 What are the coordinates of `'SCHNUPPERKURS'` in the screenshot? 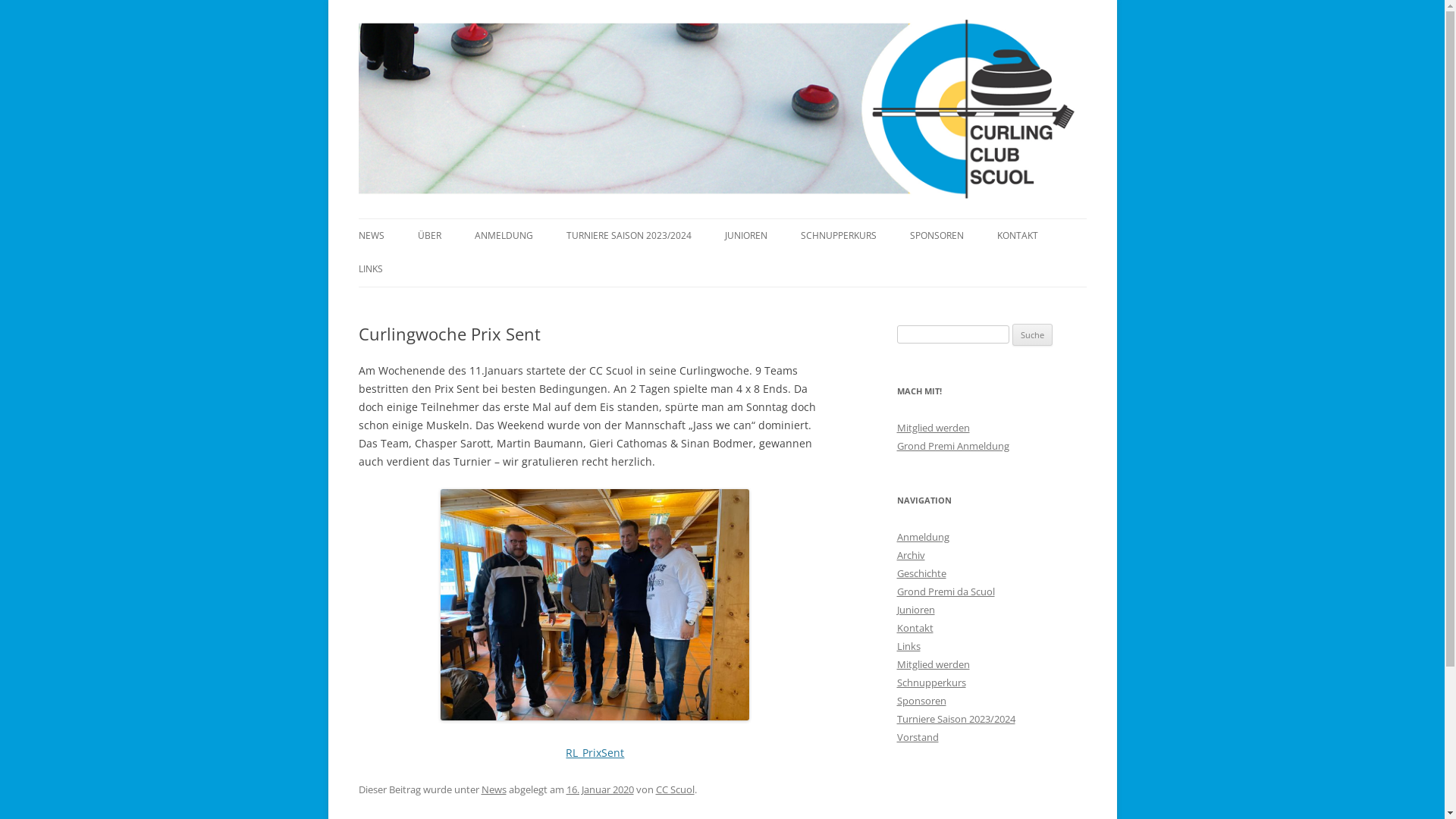 It's located at (837, 236).